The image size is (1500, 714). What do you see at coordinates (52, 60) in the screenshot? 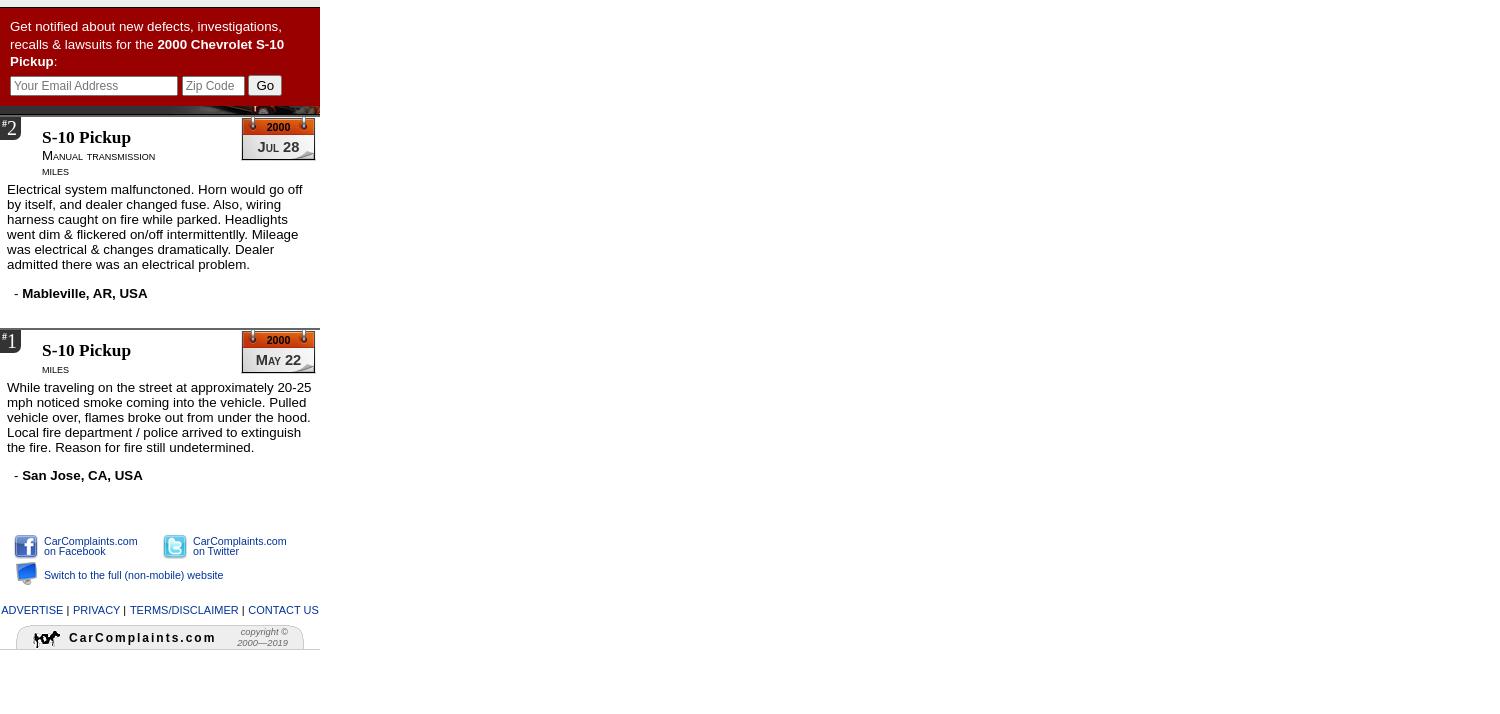
I see `':'` at bounding box center [52, 60].